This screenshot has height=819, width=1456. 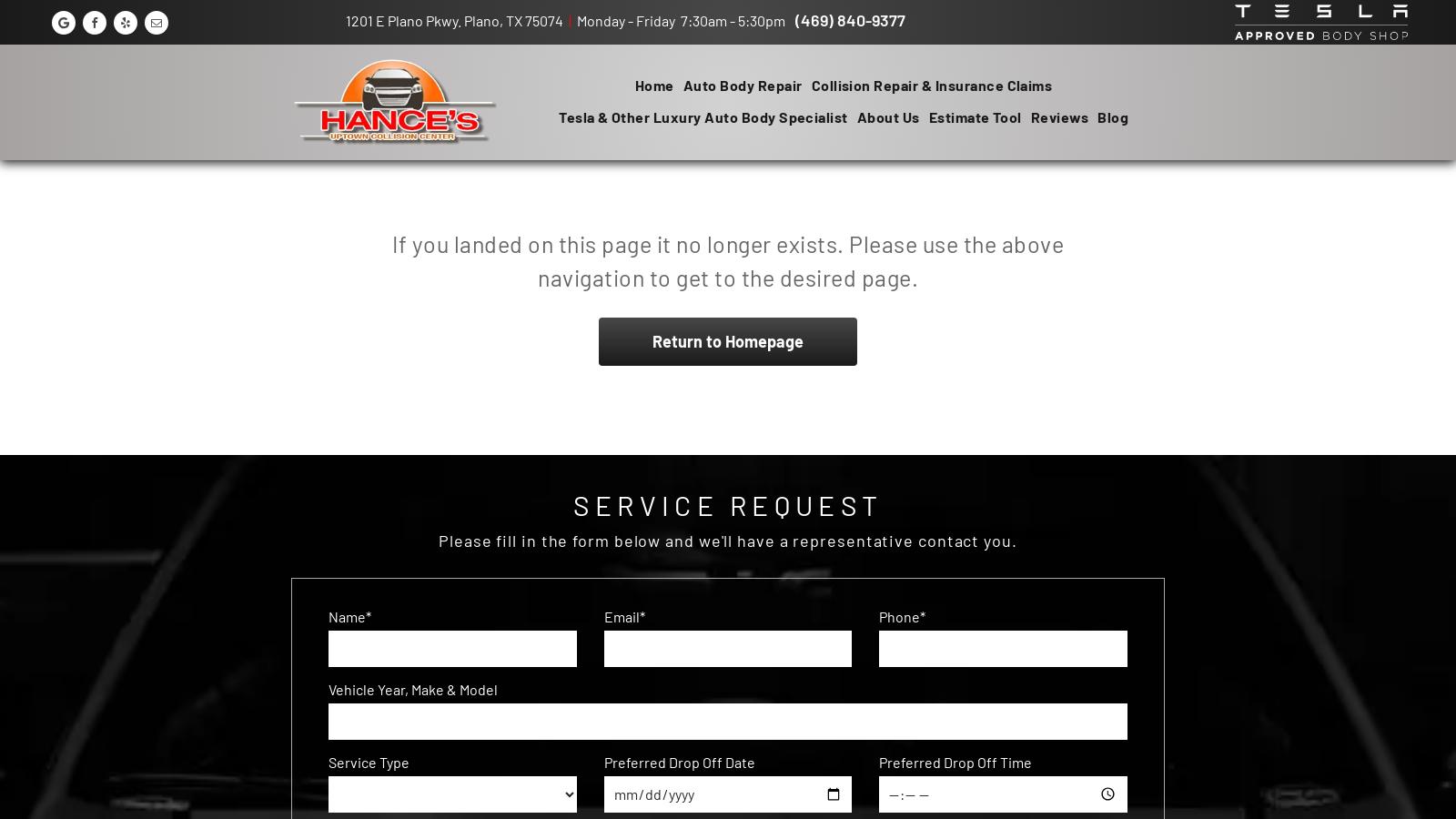 I want to click on 'Vehicle Year, Make & Model', so click(x=328, y=687).